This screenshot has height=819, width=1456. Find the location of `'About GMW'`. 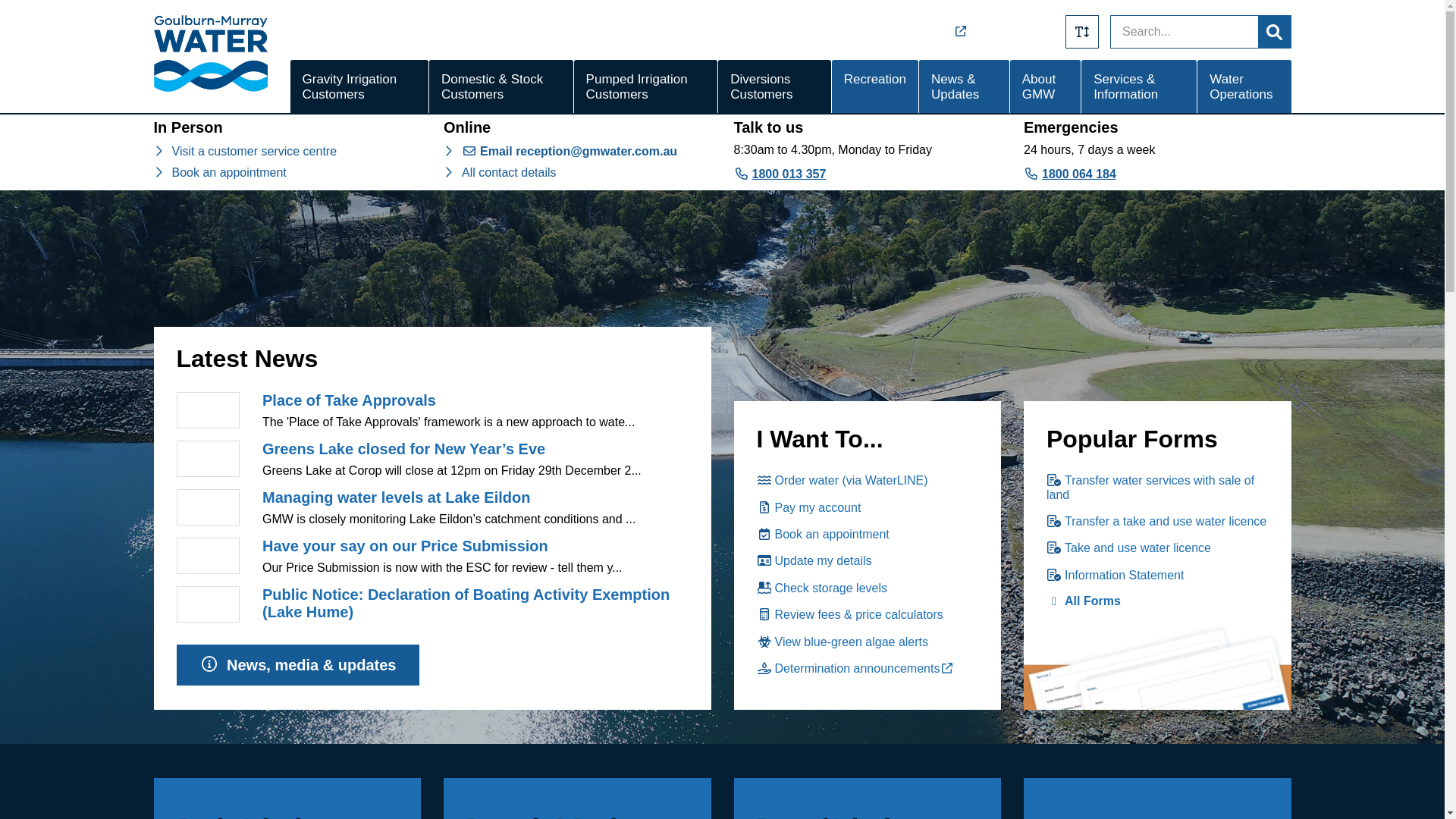

'About GMW' is located at coordinates (1009, 87).